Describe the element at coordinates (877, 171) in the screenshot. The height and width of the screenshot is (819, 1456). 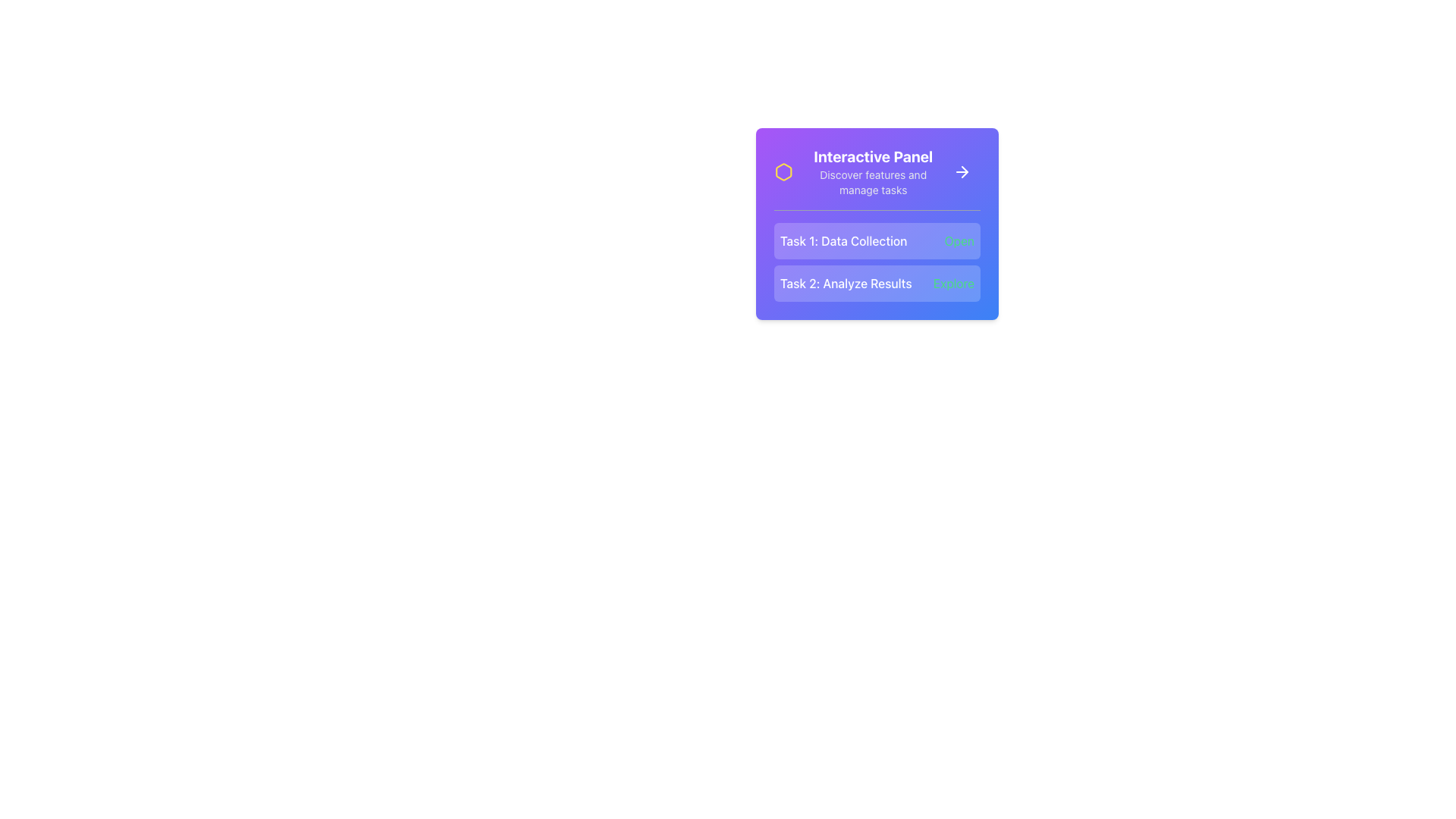
I see `the subtitle of the header element at the top section of the card layout to gather further details` at that location.